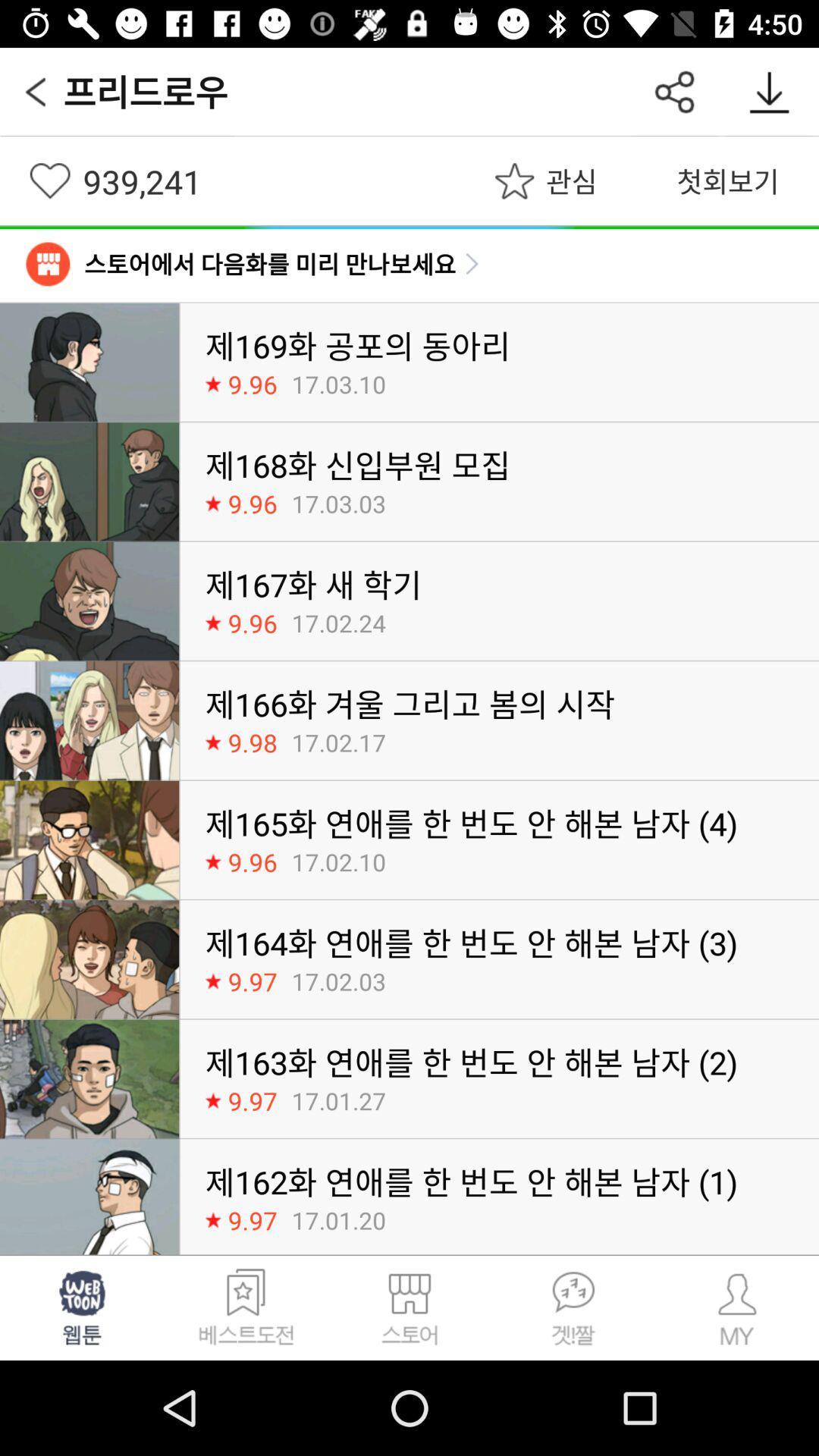 The height and width of the screenshot is (1456, 819). I want to click on the bookmark option in the bottom, so click(245, 1307).